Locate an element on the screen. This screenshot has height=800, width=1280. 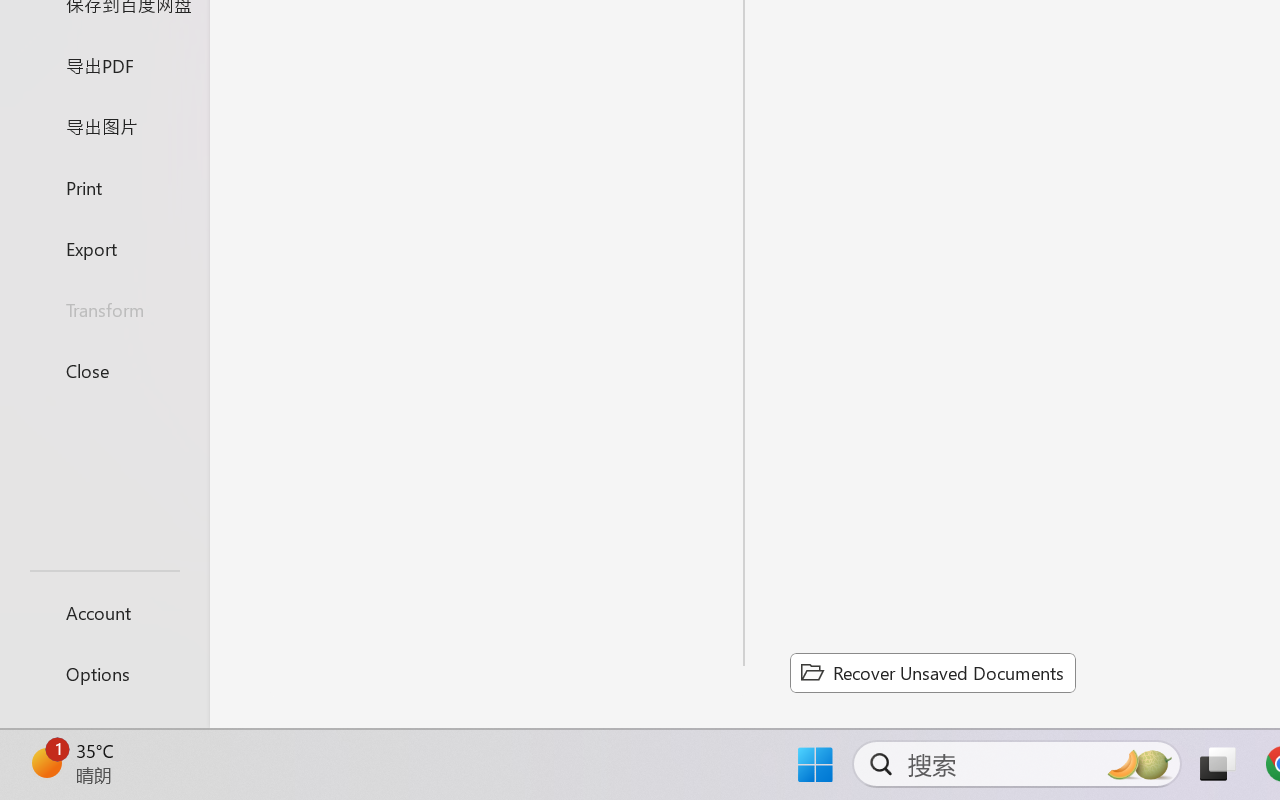
'Recover Unsaved Documents' is located at coordinates (932, 672).